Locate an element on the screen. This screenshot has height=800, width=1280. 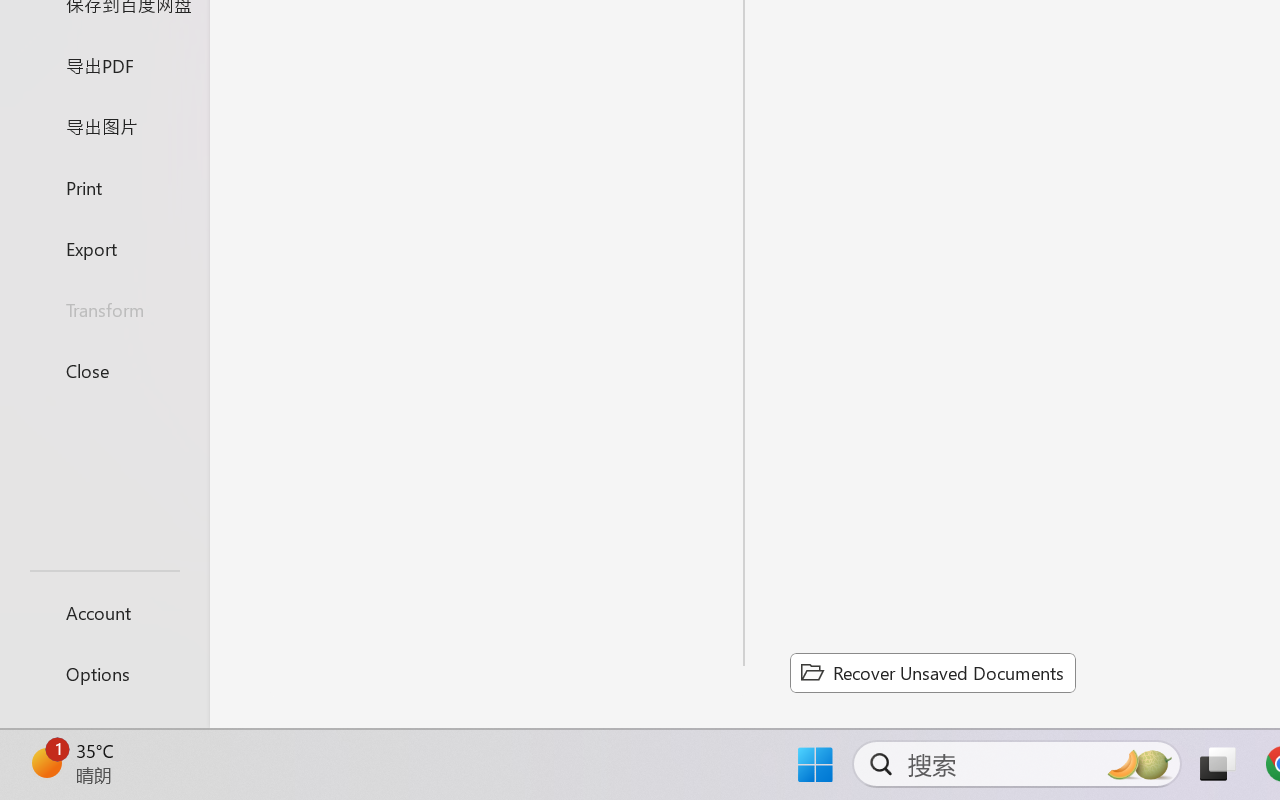
'Recover Unsaved Documents' is located at coordinates (932, 672).